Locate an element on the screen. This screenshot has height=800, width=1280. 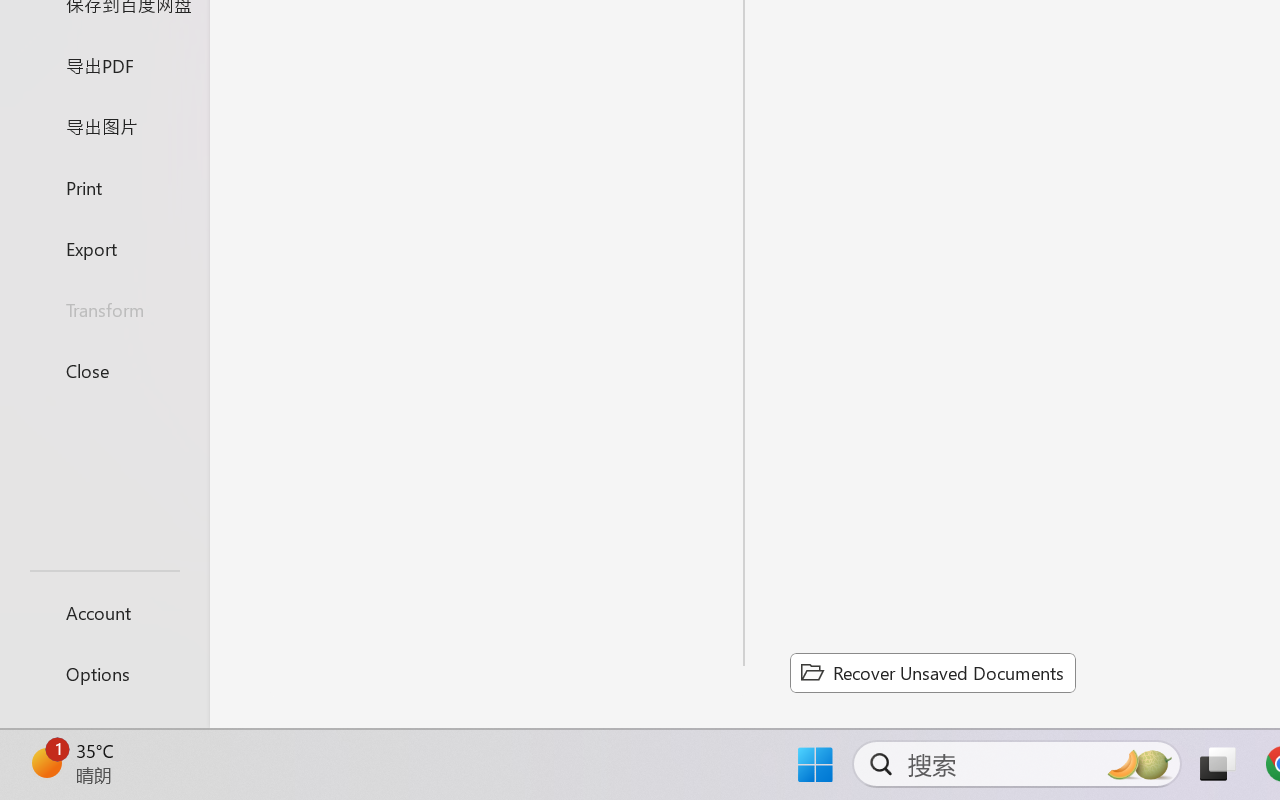
'Recover Unsaved Documents' is located at coordinates (932, 672).